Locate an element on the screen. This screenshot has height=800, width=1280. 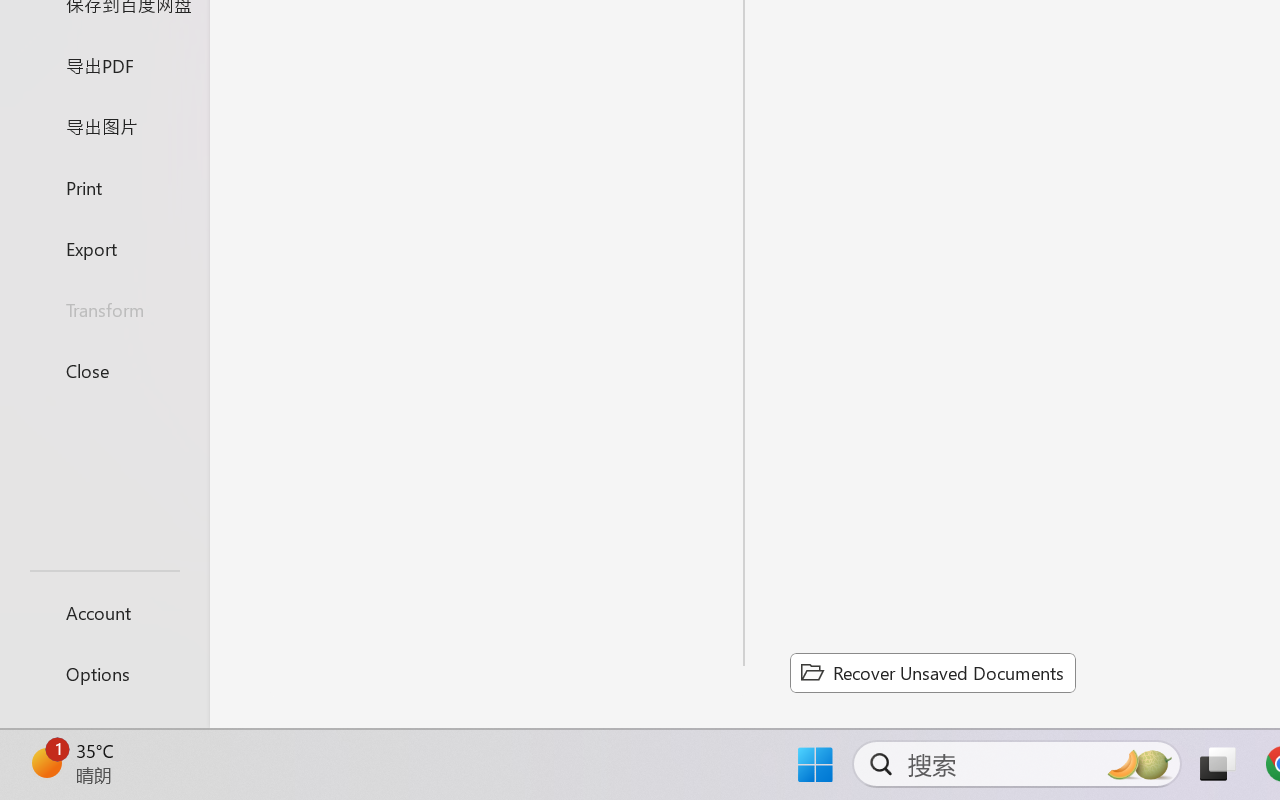
'Recover Unsaved Documents' is located at coordinates (932, 672).